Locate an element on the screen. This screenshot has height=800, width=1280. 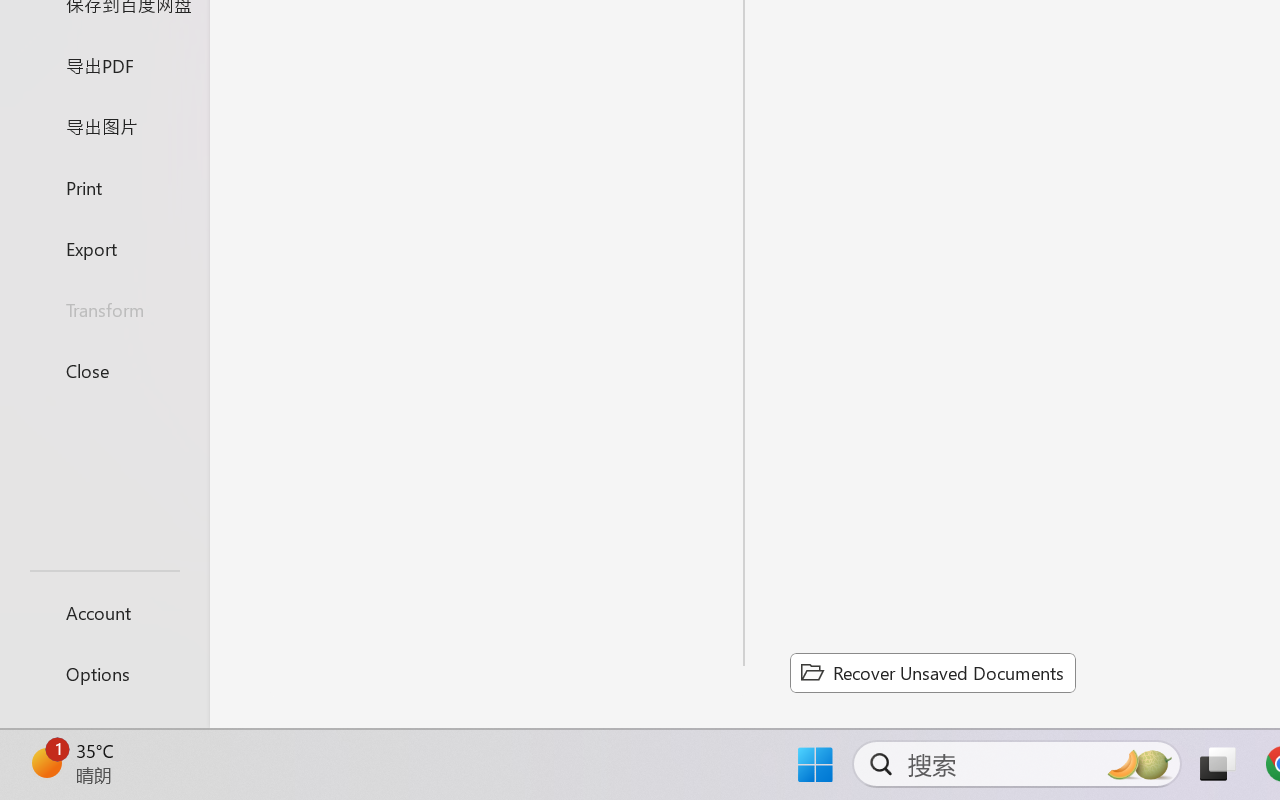
'Recover Unsaved Documents' is located at coordinates (932, 672).